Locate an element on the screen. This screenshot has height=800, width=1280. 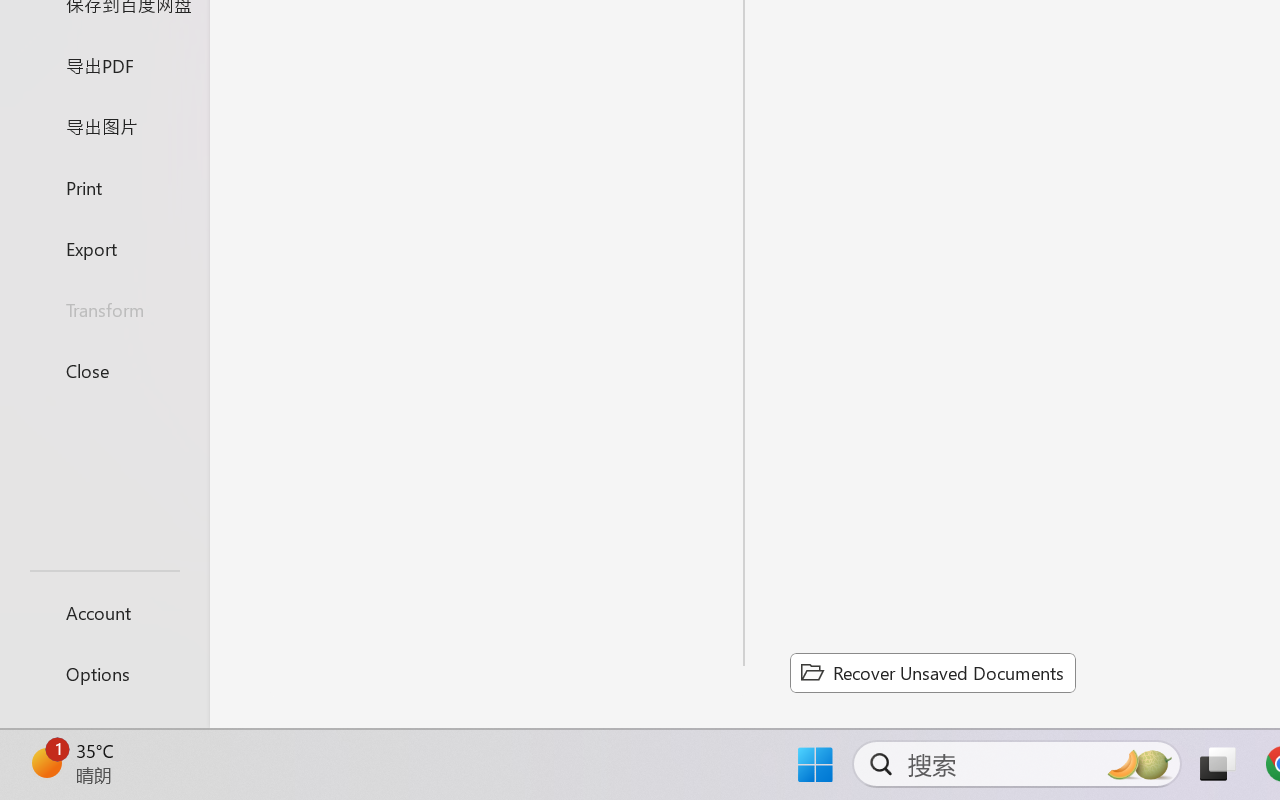
'Recover Unsaved Documents' is located at coordinates (932, 672).